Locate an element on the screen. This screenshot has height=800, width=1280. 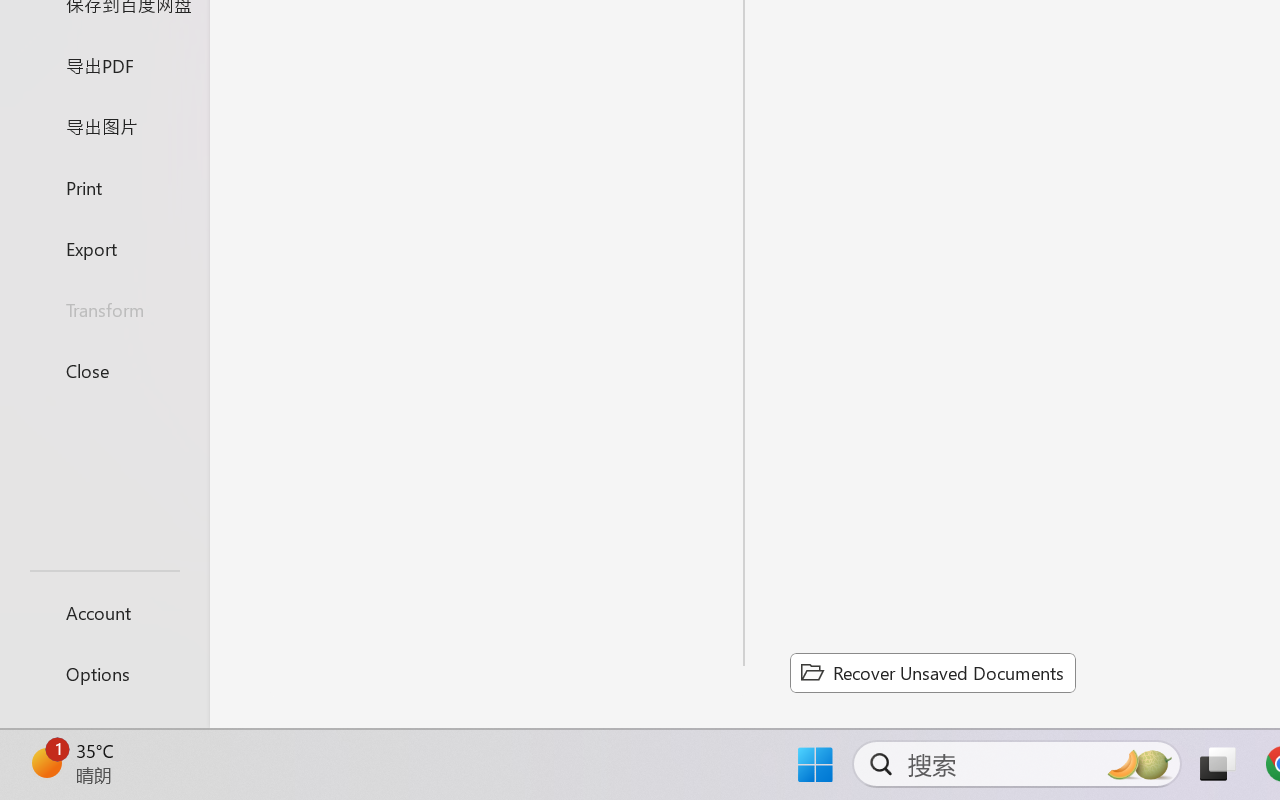
'Recover Unsaved Documents' is located at coordinates (932, 672).